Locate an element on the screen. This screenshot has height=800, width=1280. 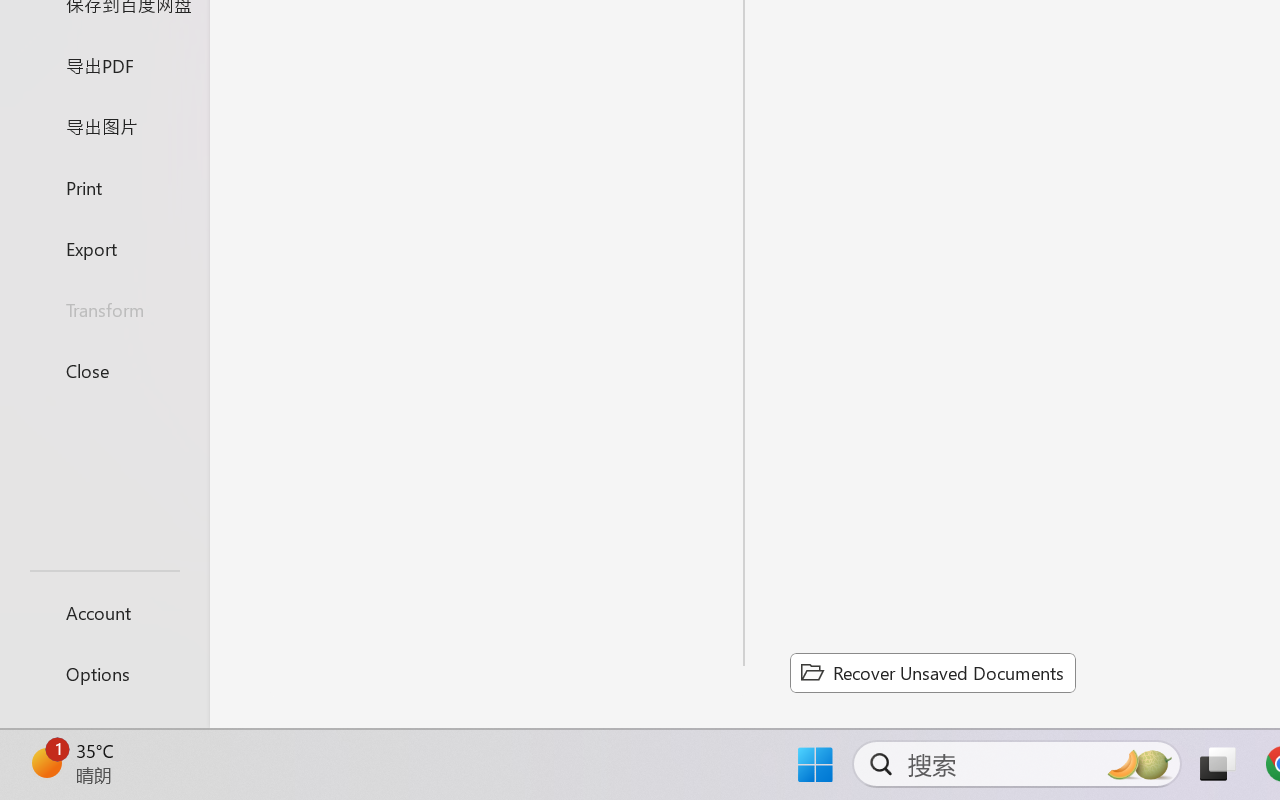
'Recover Unsaved Documents' is located at coordinates (932, 672).